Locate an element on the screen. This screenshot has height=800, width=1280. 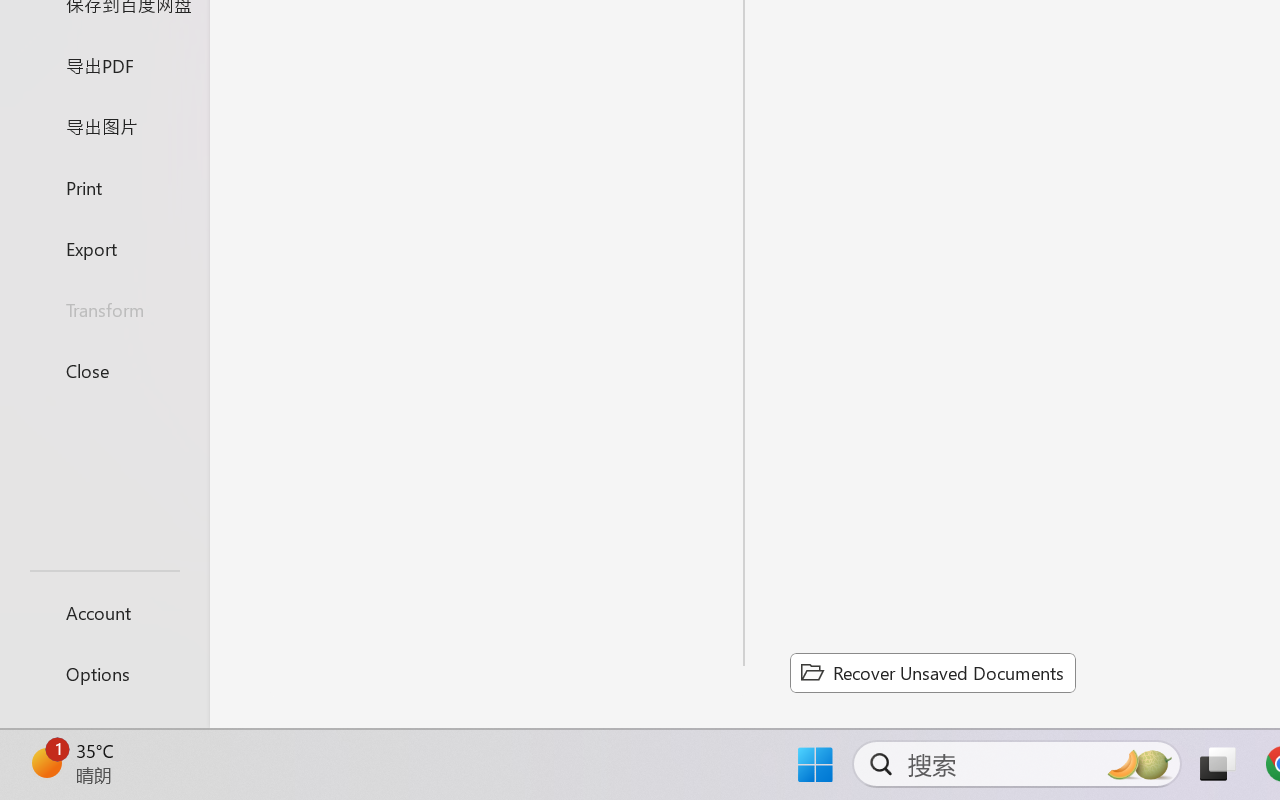
'Recover Unsaved Documents' is located at coordinates (932, 672).